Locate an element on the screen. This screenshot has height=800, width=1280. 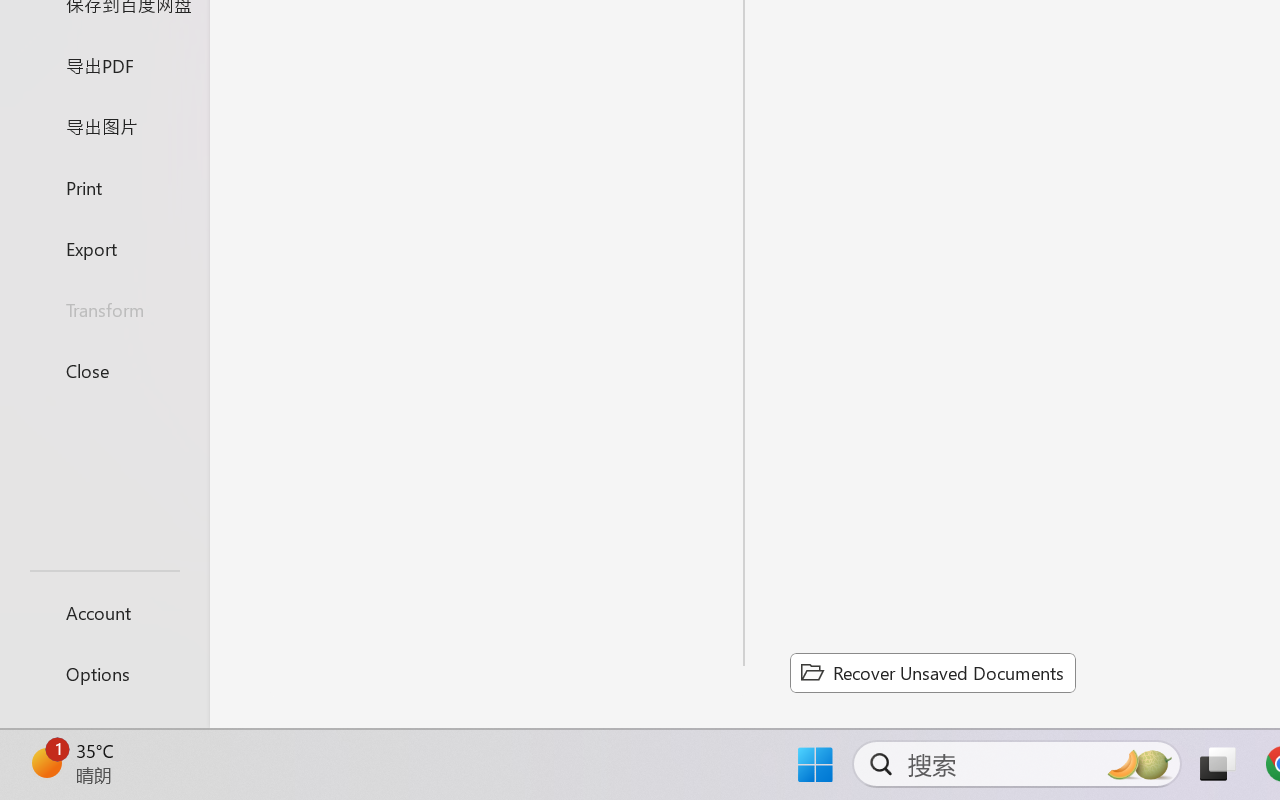
'Recover Unsaved Documents' is located at coordinates (932, 672).